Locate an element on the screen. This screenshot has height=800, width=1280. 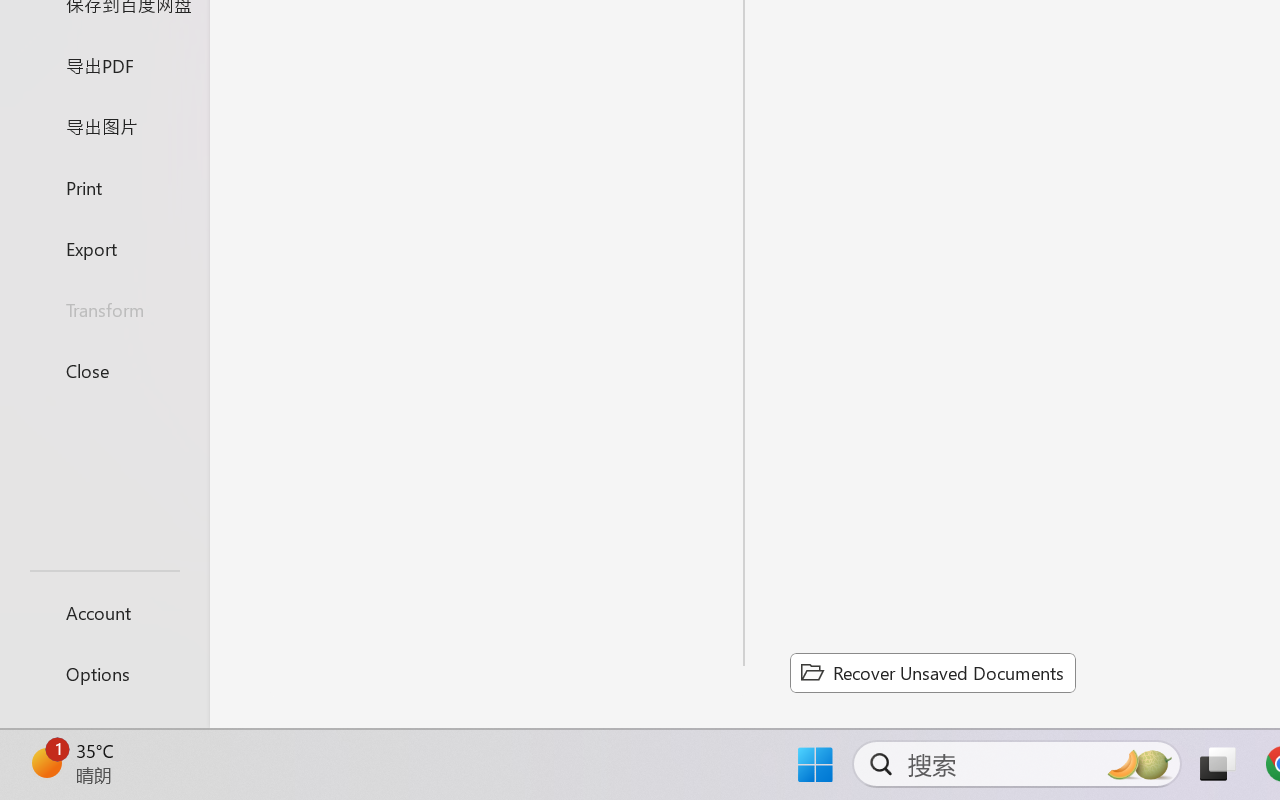
'Recover Unsaved Documents' is located at coordinates (932, 672).